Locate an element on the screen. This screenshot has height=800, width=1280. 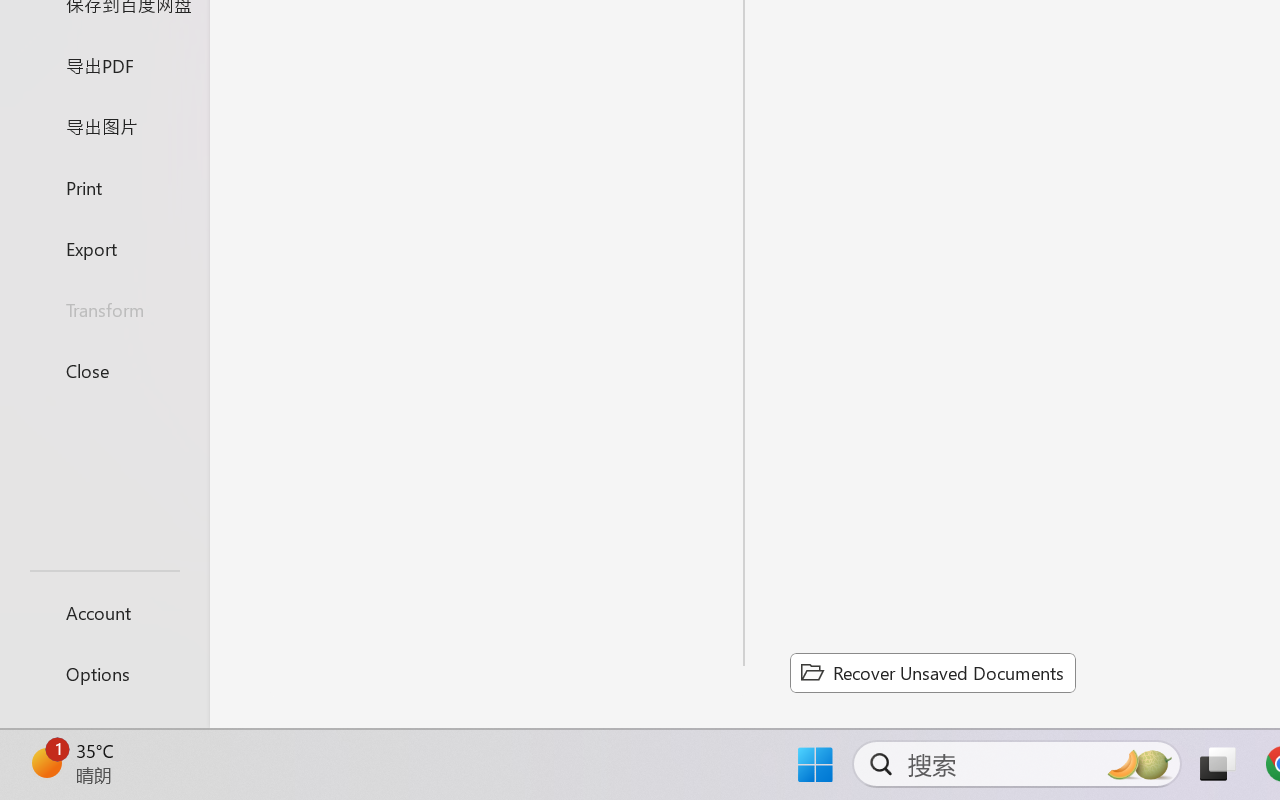
'Recover Unsaved Documents' is located at coordinates (932, 672).